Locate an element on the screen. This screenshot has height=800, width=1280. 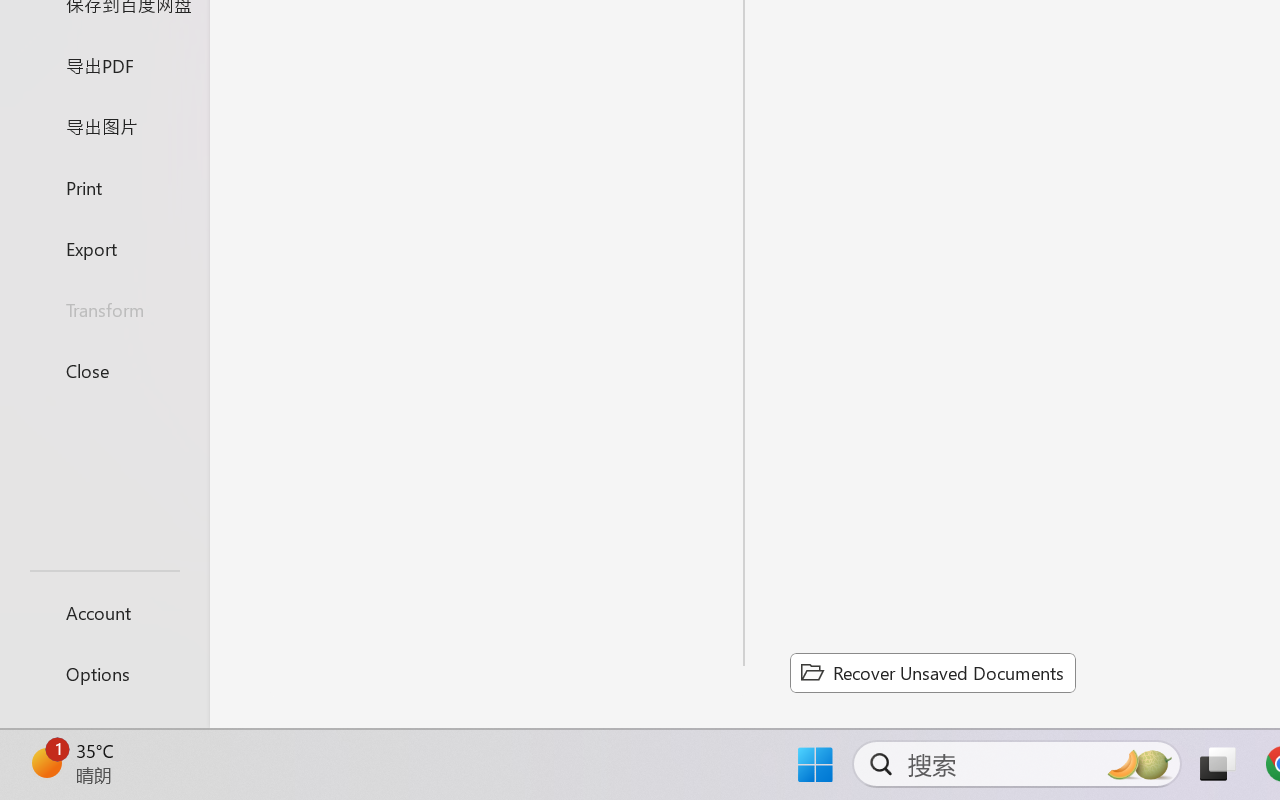
'Recover Unsaved Documents' is located at coordinates (932, 672).